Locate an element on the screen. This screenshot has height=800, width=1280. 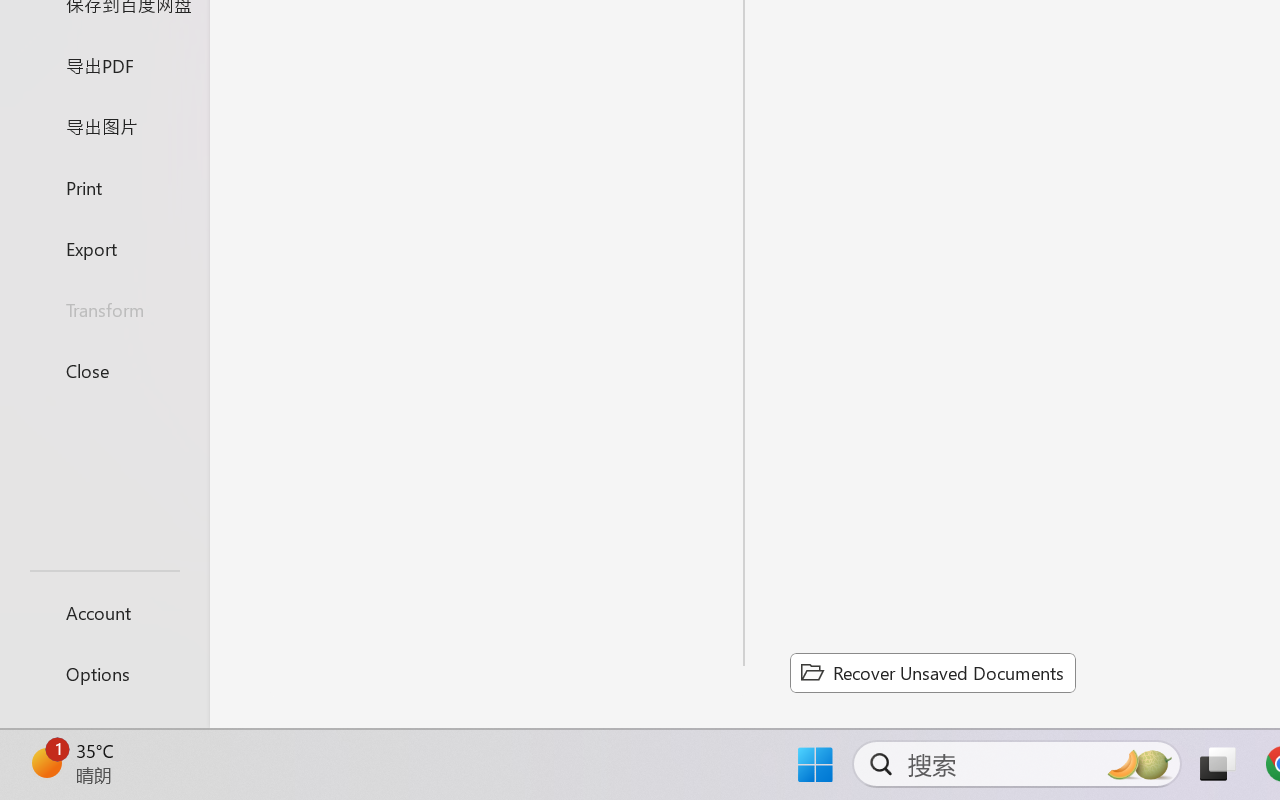
'Recover Unsaved Documents' is located at coordinates (932, 672).